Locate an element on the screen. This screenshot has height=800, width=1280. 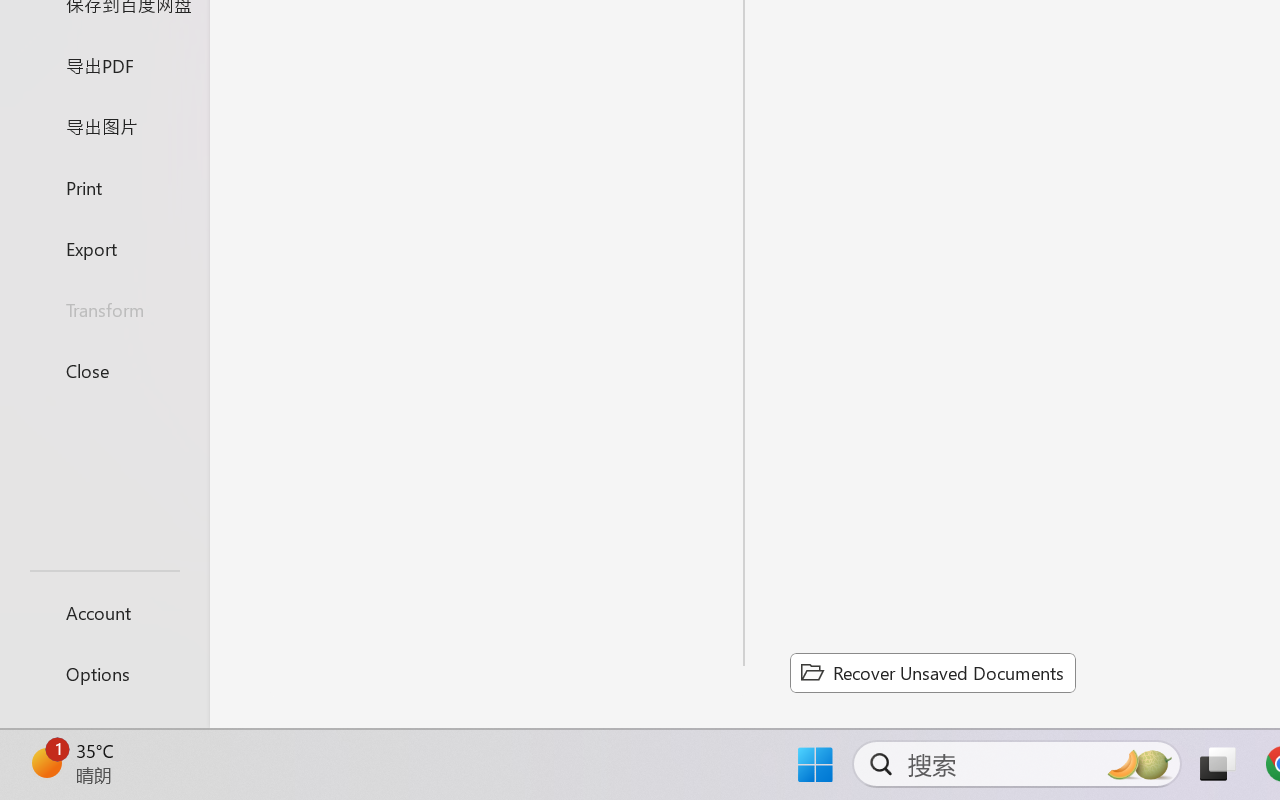
'Recover Unsaved Documents' is located at coordinates (932, 672).